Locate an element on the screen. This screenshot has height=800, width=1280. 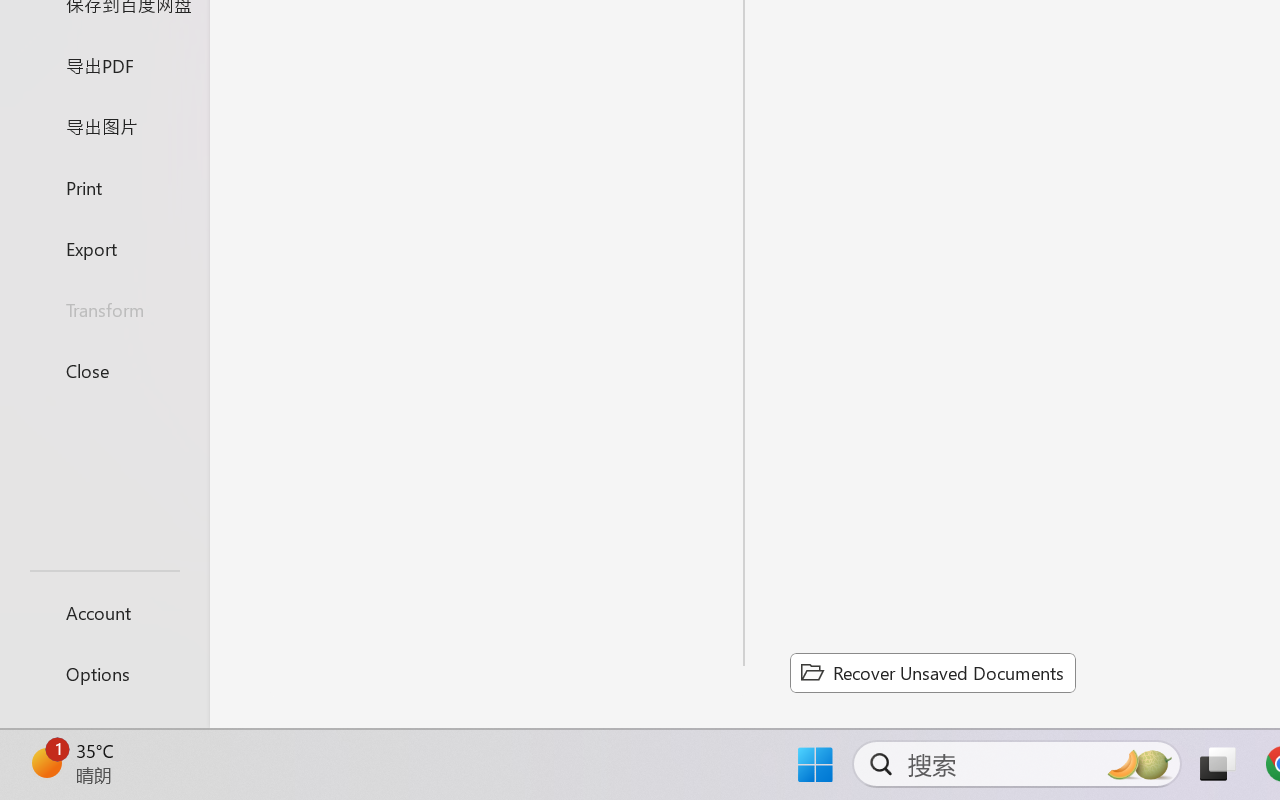
'Recover Unsaved Documents' is located at coordinates (932, 672).